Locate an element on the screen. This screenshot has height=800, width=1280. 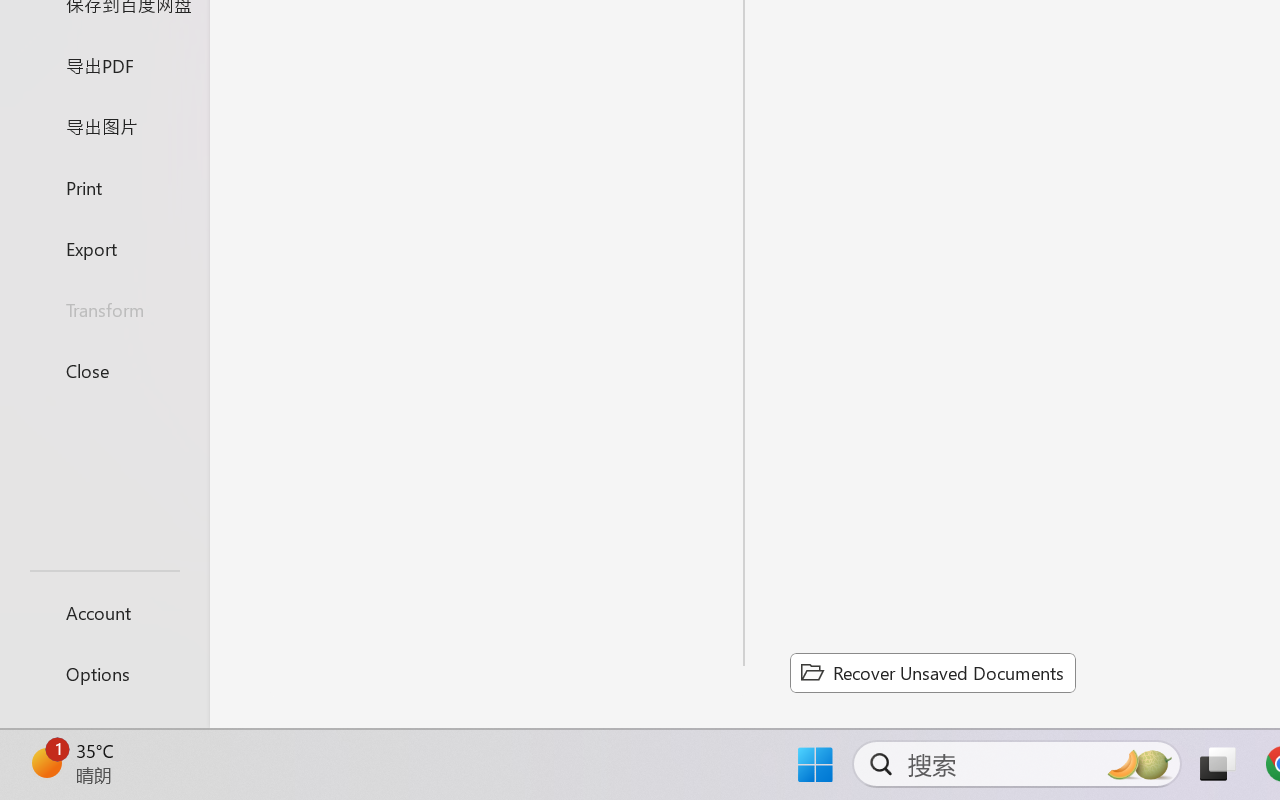
'Recover Unsaved Documents' is located at coordinates (932, 672).